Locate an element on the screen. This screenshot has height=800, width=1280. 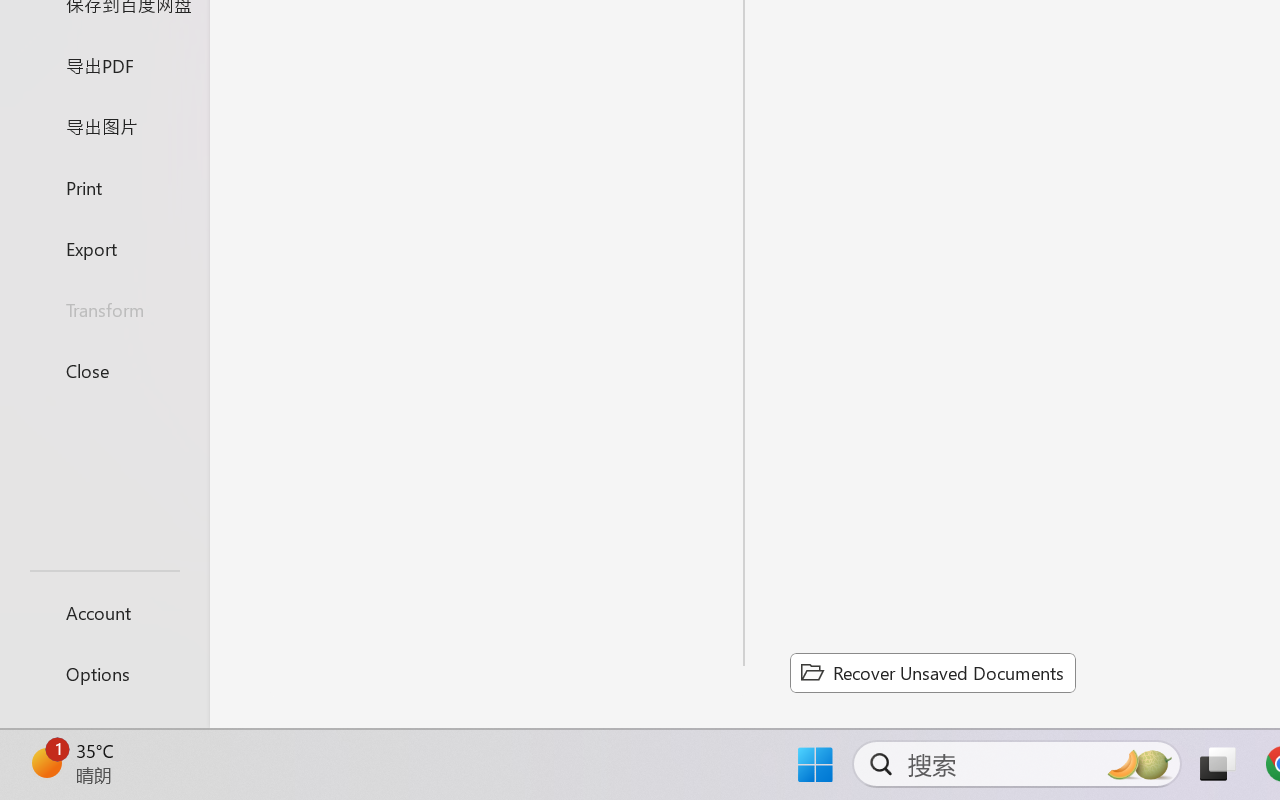
'Recover Unsaved Documents' is located at coordinates (932, 672).